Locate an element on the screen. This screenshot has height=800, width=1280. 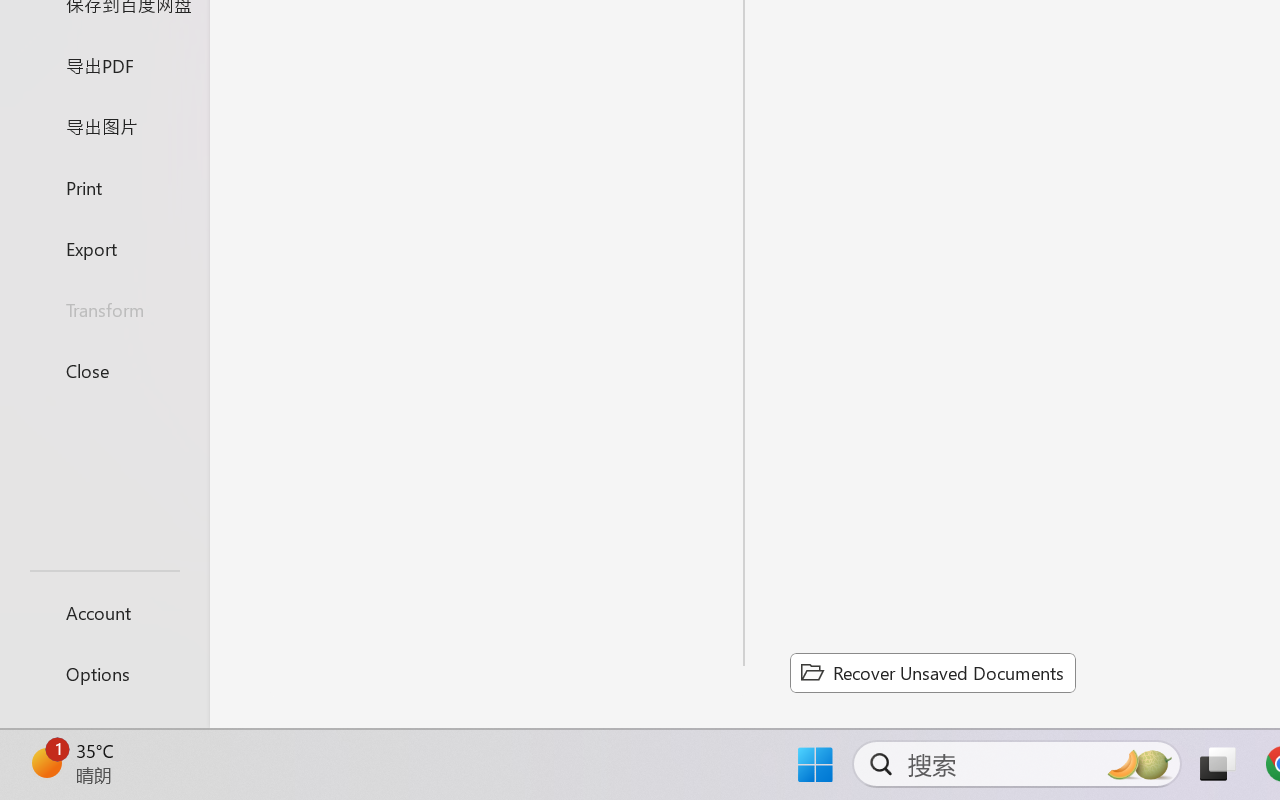
'Recover Unsaved Documents' is located at coordinates (932, 672).